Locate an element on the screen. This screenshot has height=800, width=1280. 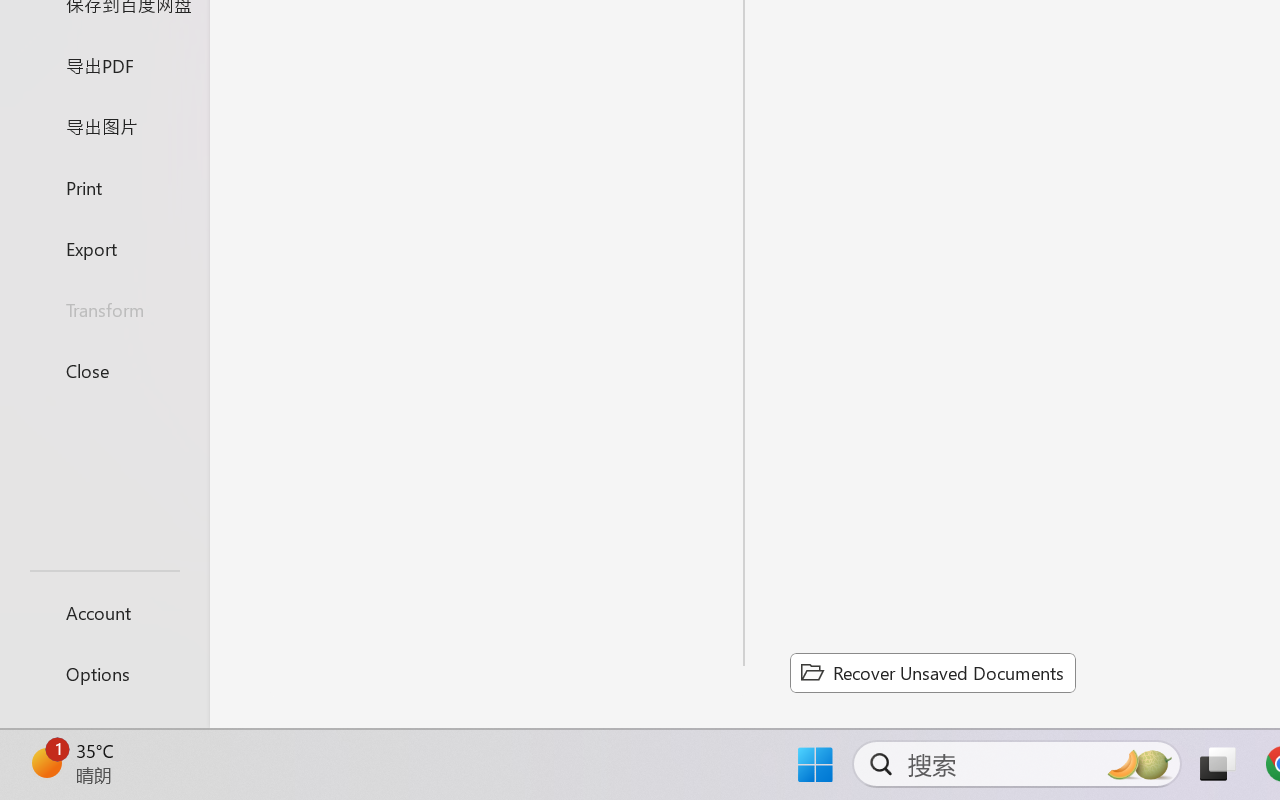
'Recover Unsaved Documents' is located at coordinates (932, 672).